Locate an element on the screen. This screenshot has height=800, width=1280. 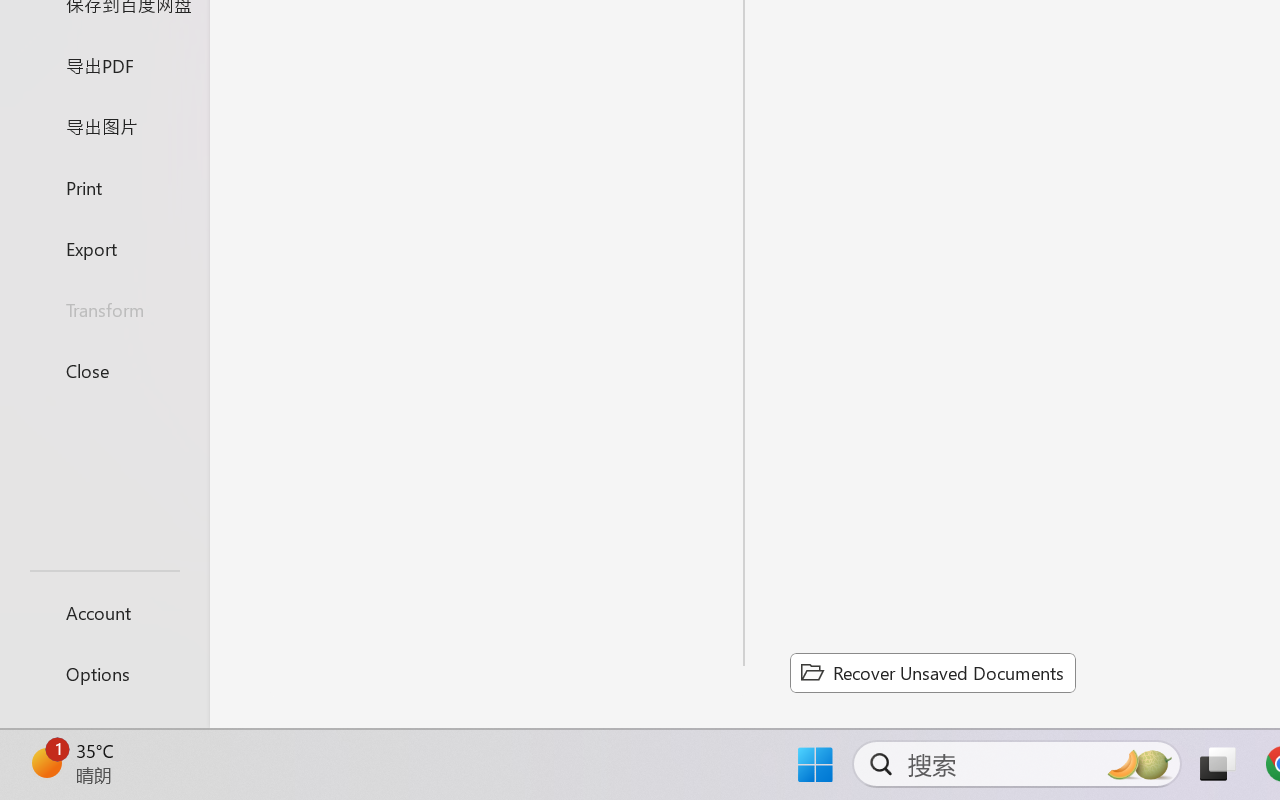
'Recover Unsaved Documents' is located at coordinates (932, 672).